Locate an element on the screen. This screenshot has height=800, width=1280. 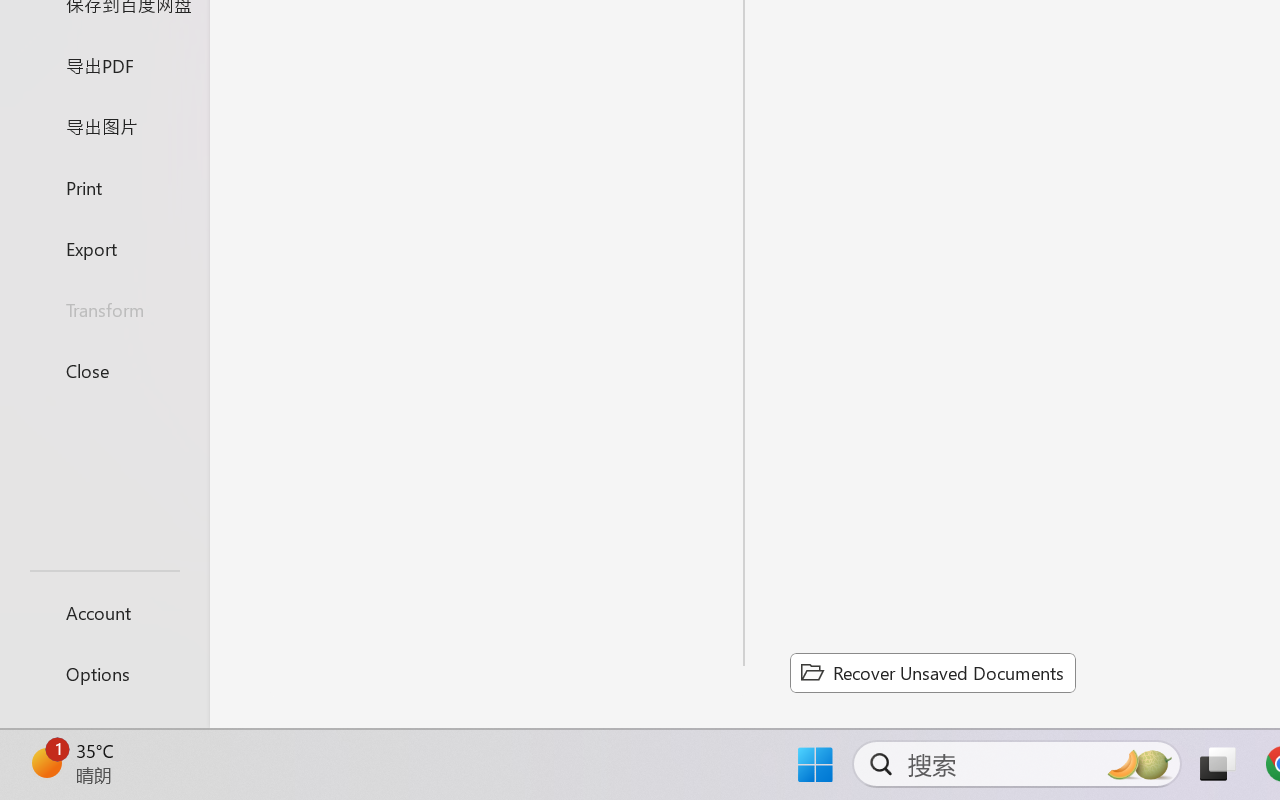
'Recover Unsaved Documents' is located at coordinates (932, 672).